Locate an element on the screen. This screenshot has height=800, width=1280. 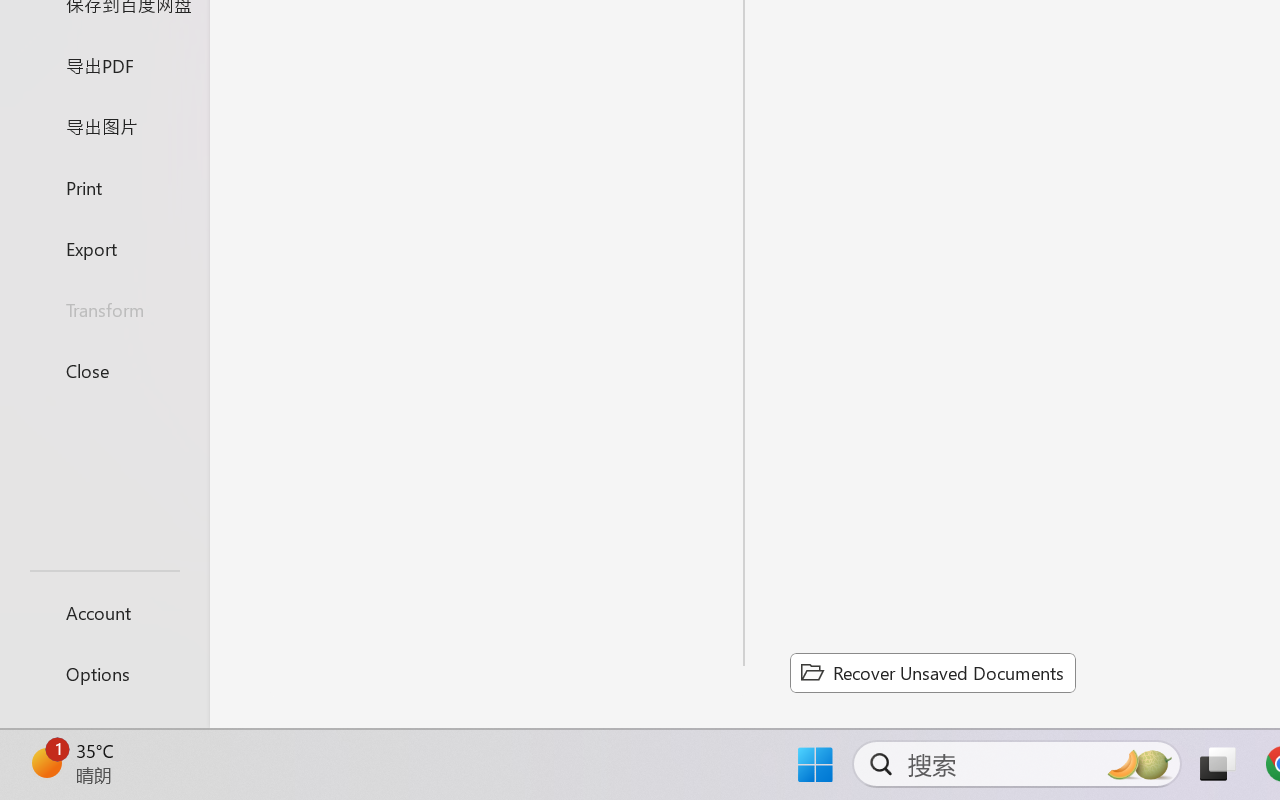
'Recover Unsaved Documents' is located at coordinates (932, 672).